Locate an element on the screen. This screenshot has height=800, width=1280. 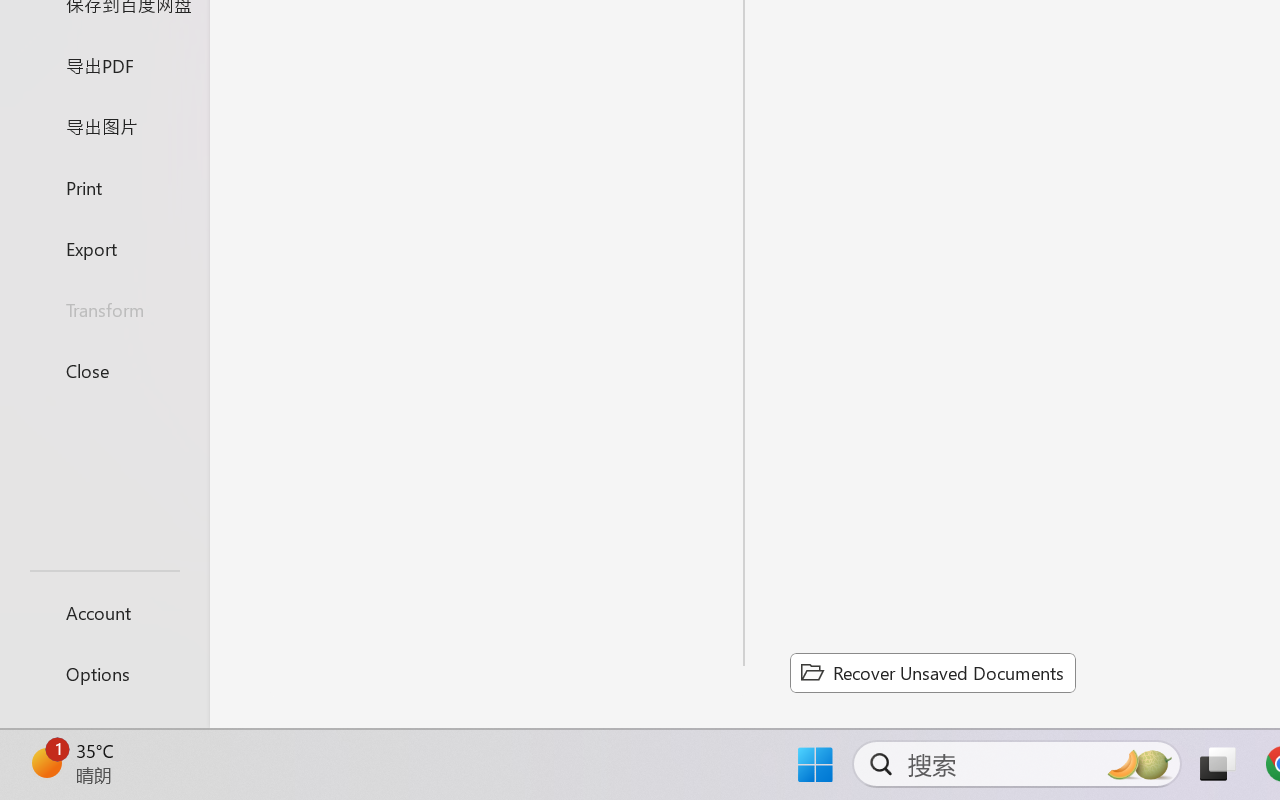
'Recover Unsaved Documents' is located at coordinates (932, 672).